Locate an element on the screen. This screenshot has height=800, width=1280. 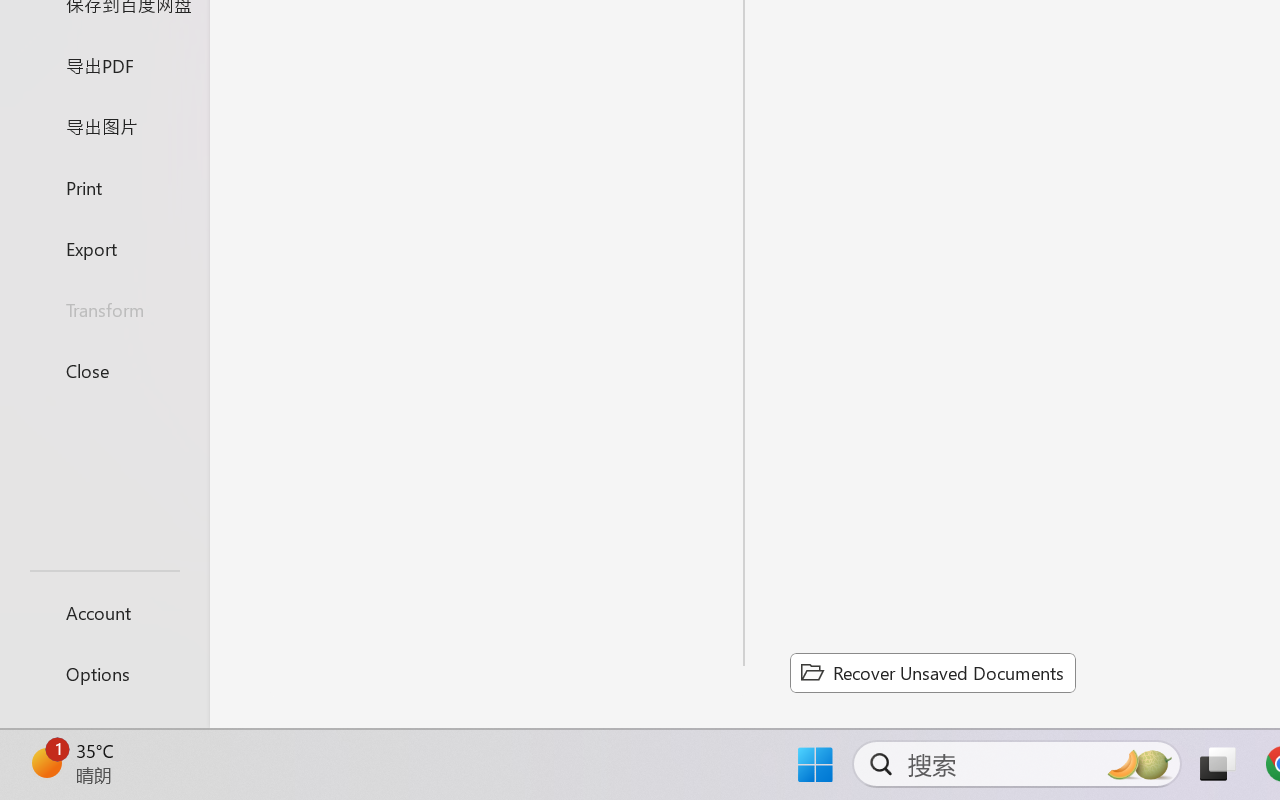
'Recover Unsaved Documents' is located at coordinates (932, 672).